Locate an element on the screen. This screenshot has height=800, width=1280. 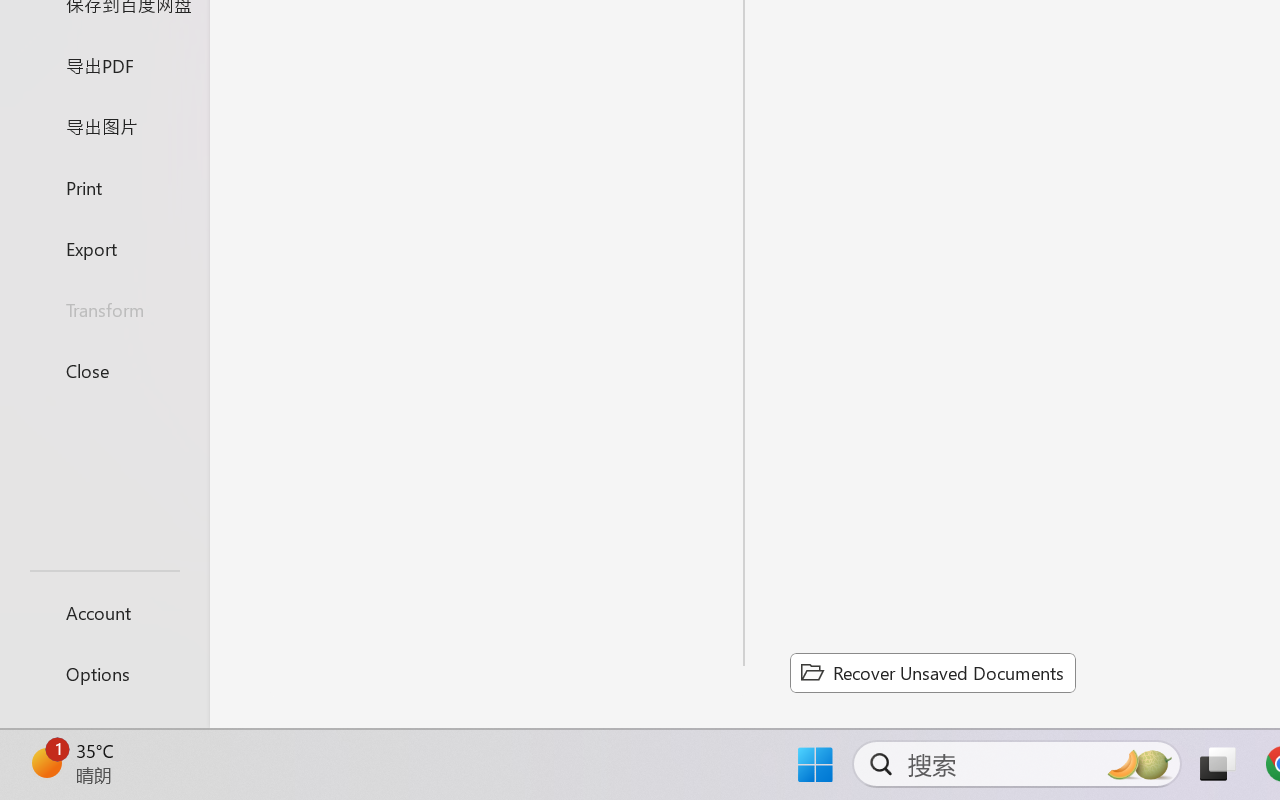
'Recover Unsaved Documents' is located at coordinates (932, 672).